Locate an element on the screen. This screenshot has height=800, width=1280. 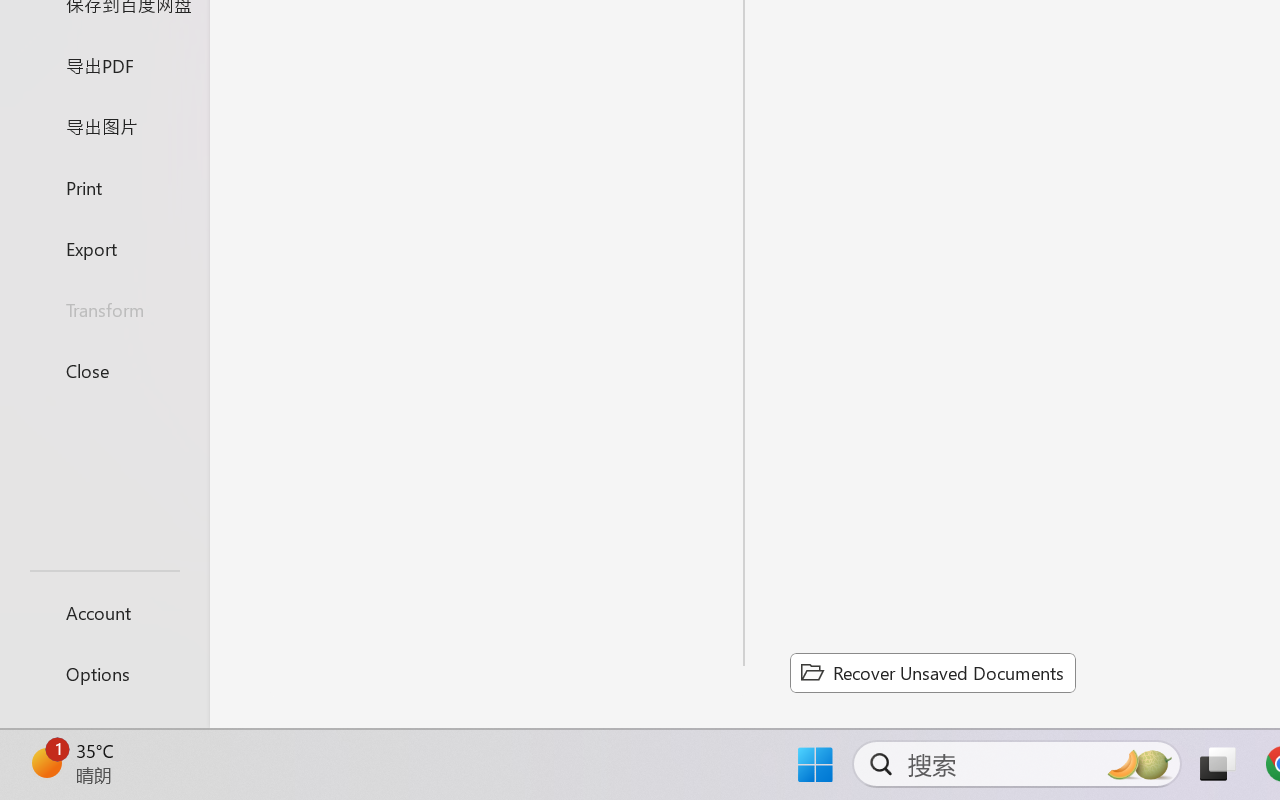
'Recover Unsaved Documents' is located at coordinates (932, 672).